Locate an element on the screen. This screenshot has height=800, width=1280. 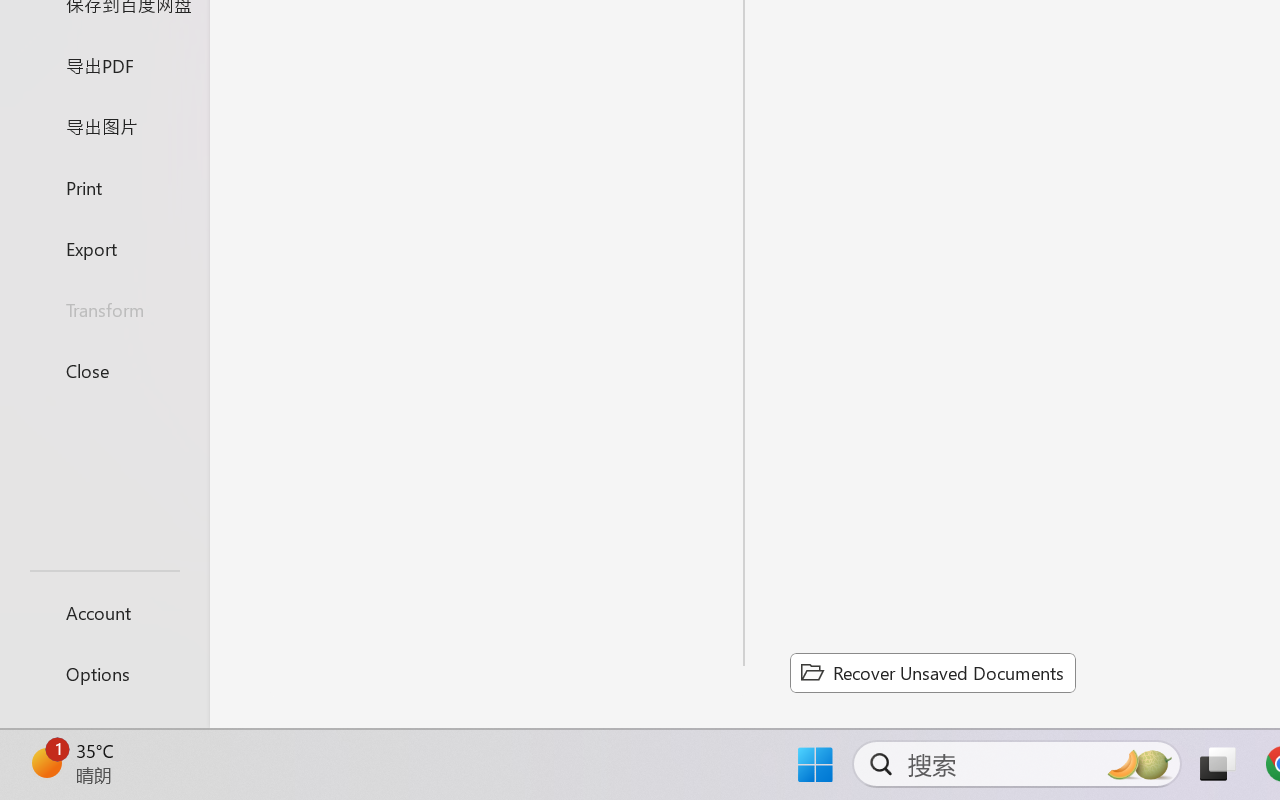
'Recover Unsaved Documents' is located at coordinates (932, 672).